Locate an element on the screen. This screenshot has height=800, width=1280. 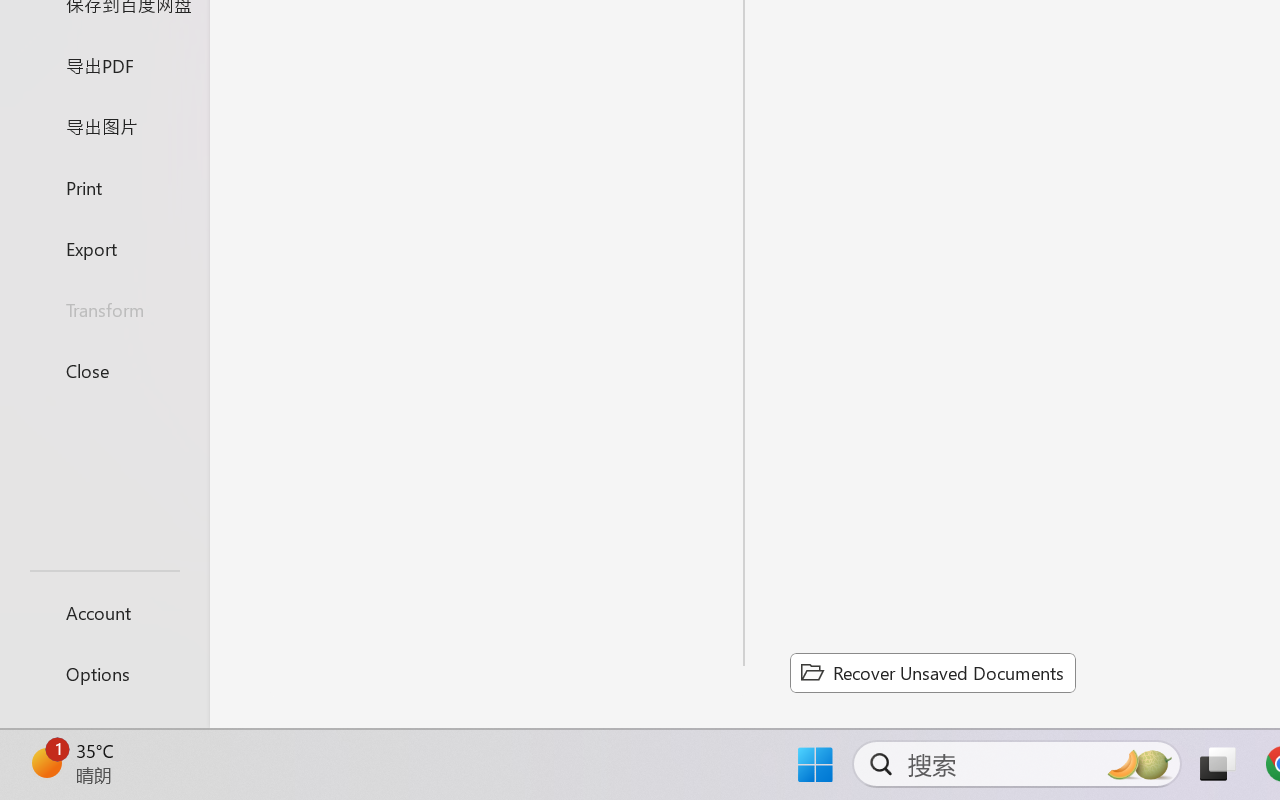
'Recover Unsaved Documents' is located at coordinates (932, 672).